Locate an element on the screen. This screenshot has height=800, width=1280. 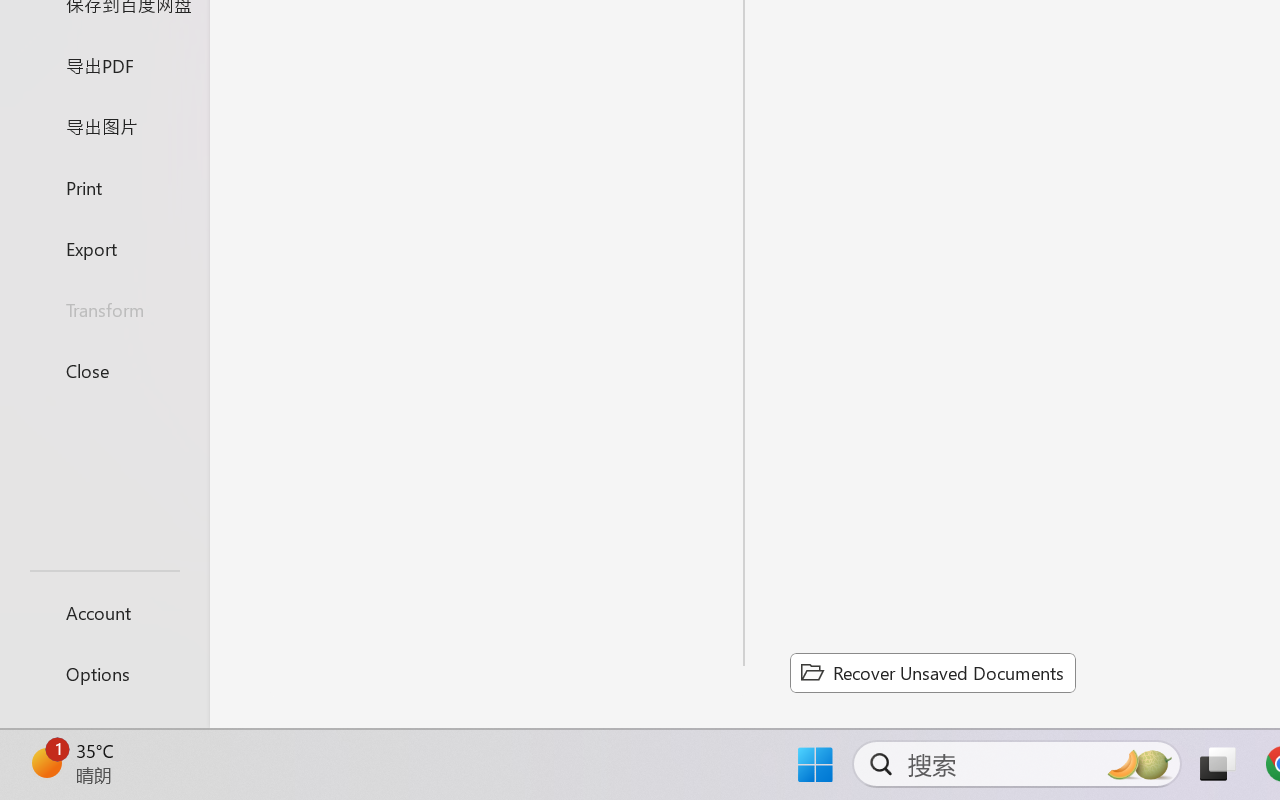
'Recover Unsaved Documents' is located at coordinates (932, 672).